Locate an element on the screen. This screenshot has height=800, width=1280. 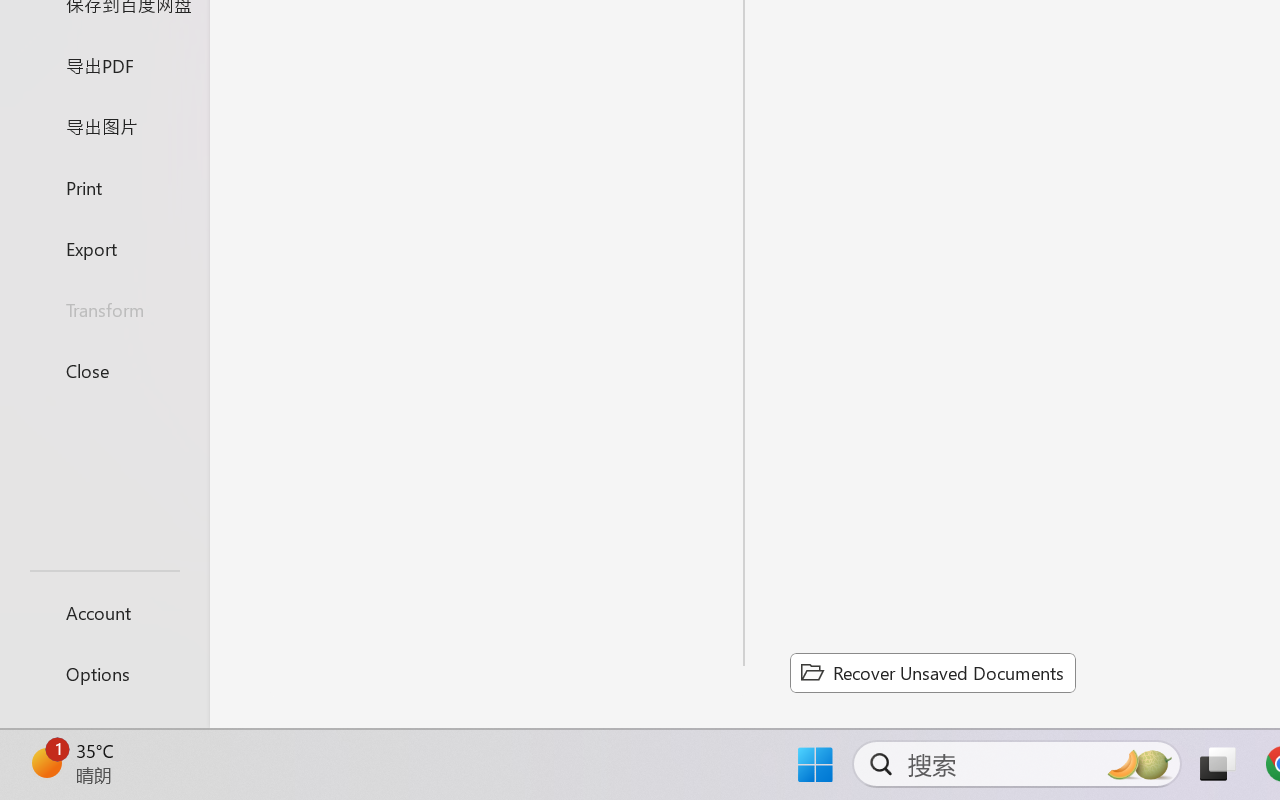
'Recover Unsaved Documents' is located at coordinates (932, 672).